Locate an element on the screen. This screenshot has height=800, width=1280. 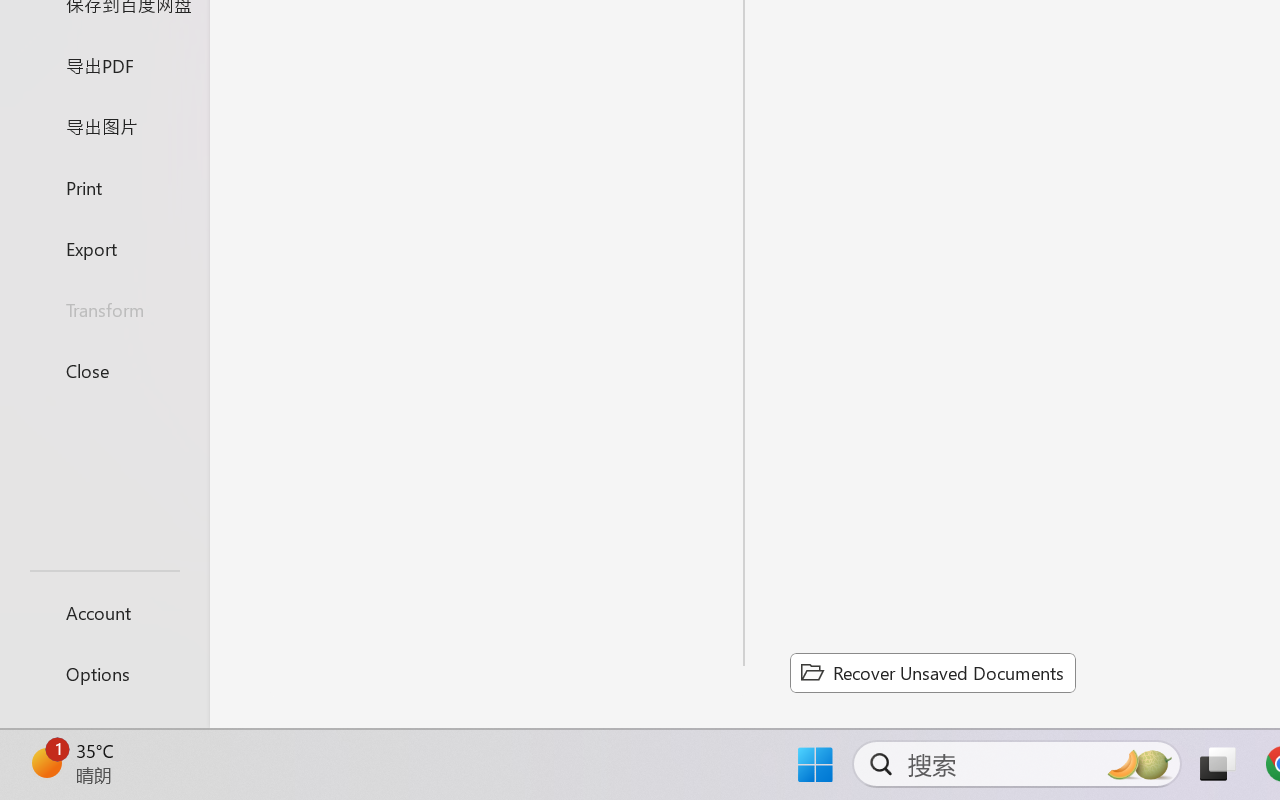
'Recover Unsaved Documents' is located at coordinates (932, 672).